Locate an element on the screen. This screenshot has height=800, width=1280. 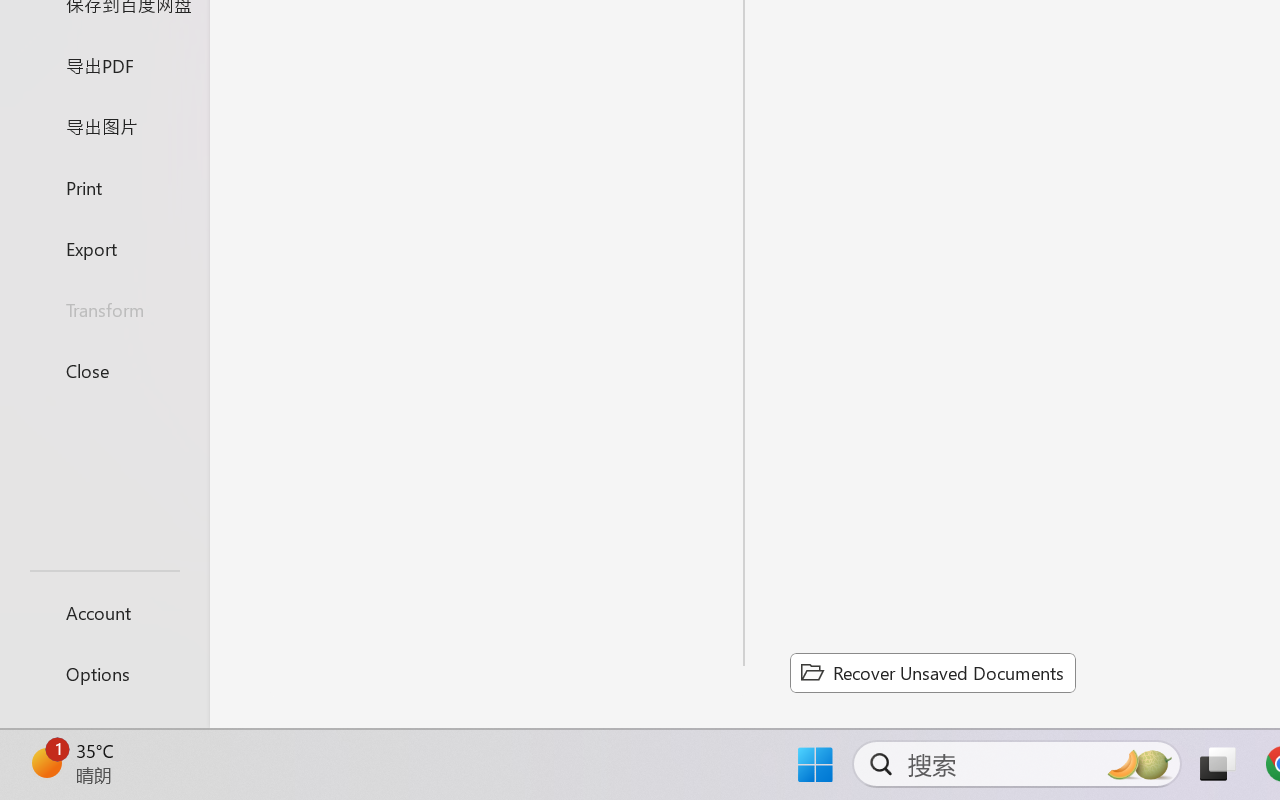
'Recover Unsaved Documents' is located at coordinates (932, 672).